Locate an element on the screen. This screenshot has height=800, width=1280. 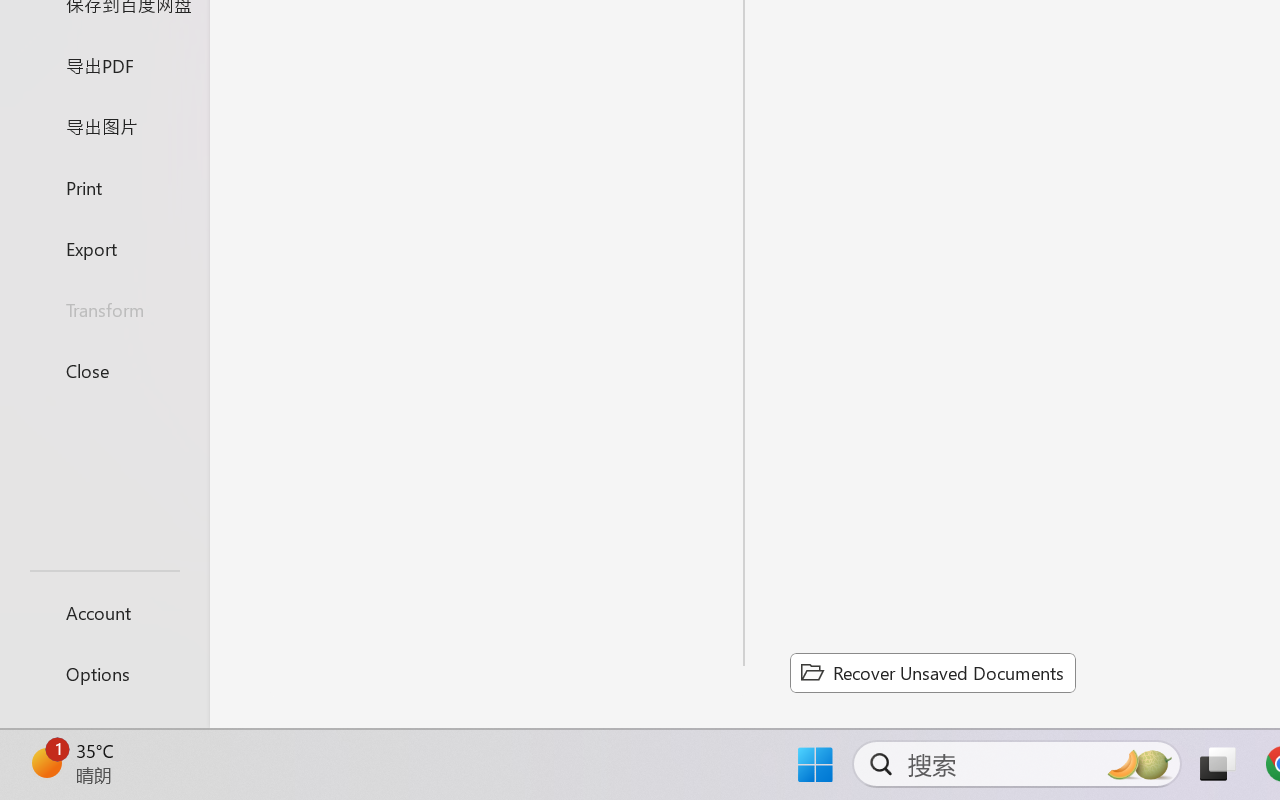
'Recover Unsaved Documents' is located at coordinates (932, 672).